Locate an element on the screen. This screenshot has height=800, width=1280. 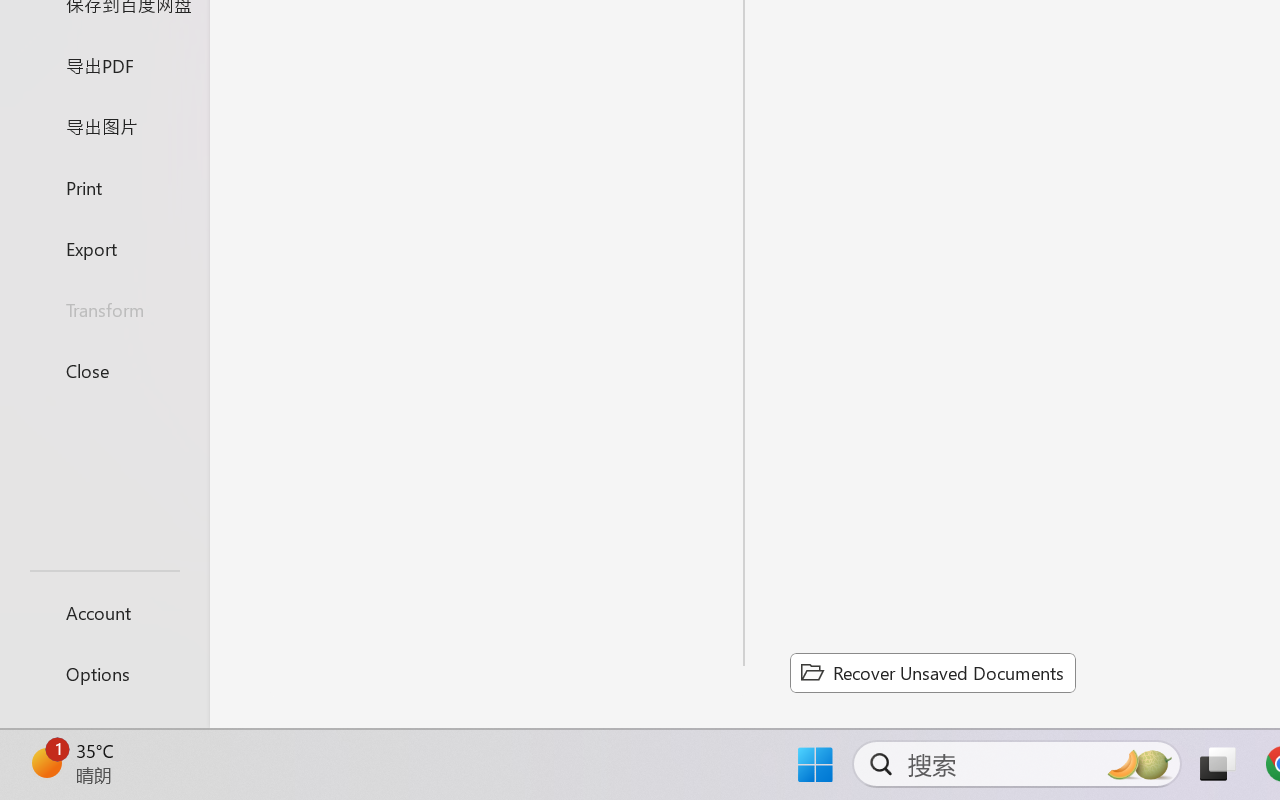
'Recover Unsaved Documents' is located at coordinates (932, 672).